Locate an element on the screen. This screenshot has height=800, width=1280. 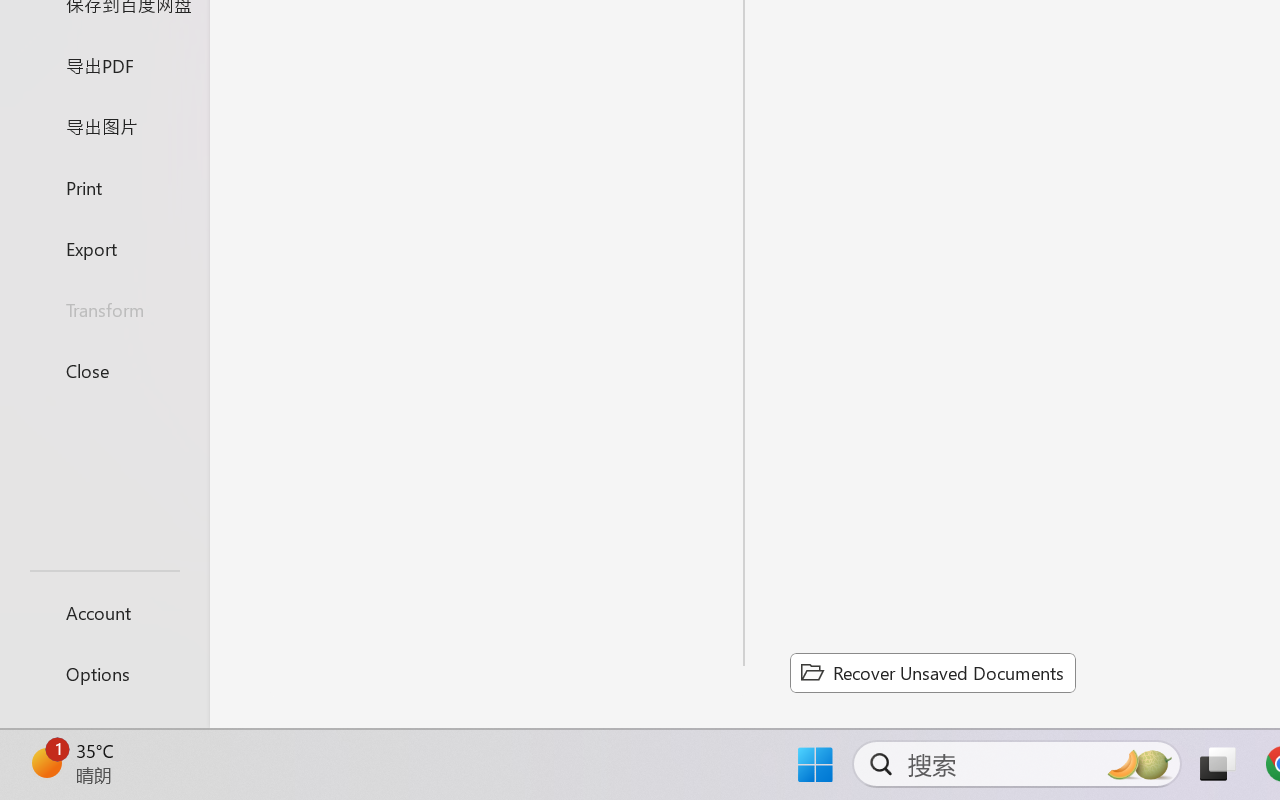
'Recover Unsaved Documents' is located at coordinates (932, 672).